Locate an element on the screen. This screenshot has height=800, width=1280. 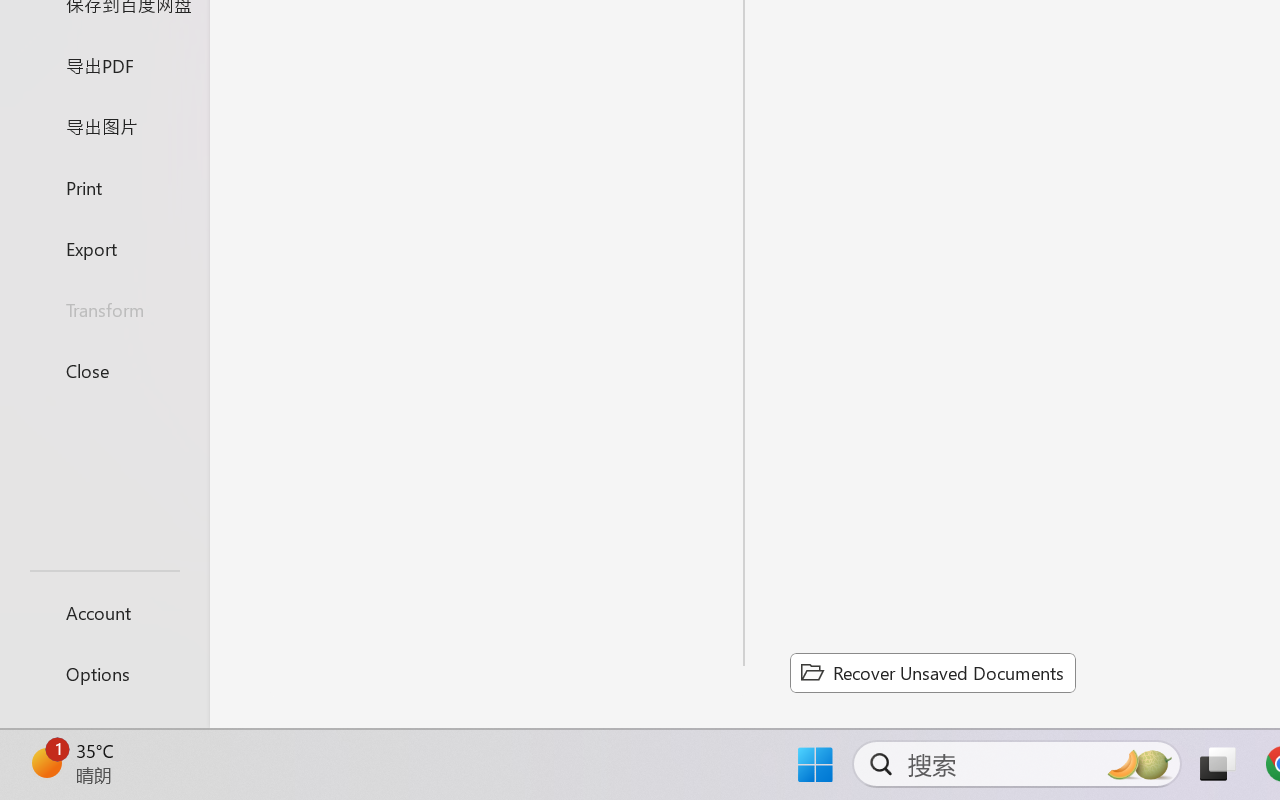
'Recover Unsaved Documents' is located at coordinates (932, 672).